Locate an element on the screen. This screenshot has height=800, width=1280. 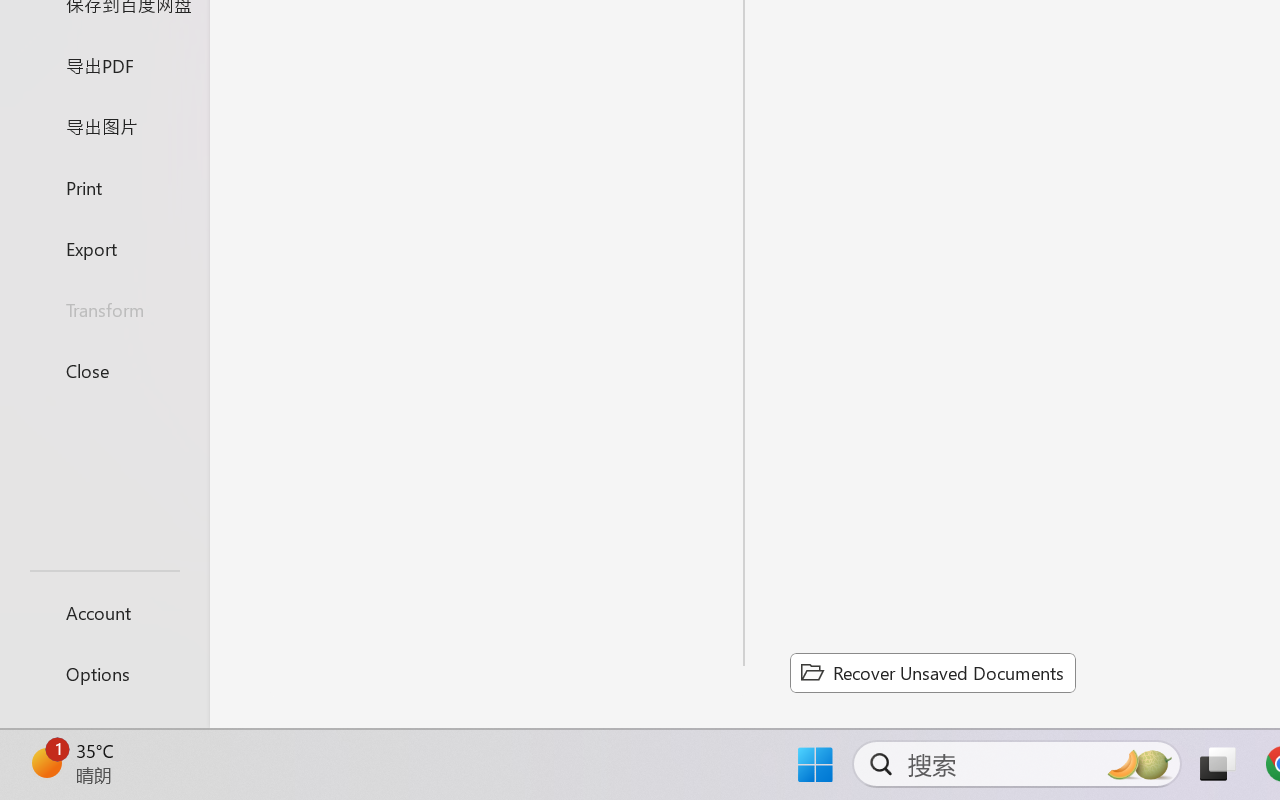
'Recover Unsaved Documents' is located at coordinates (932, 672).